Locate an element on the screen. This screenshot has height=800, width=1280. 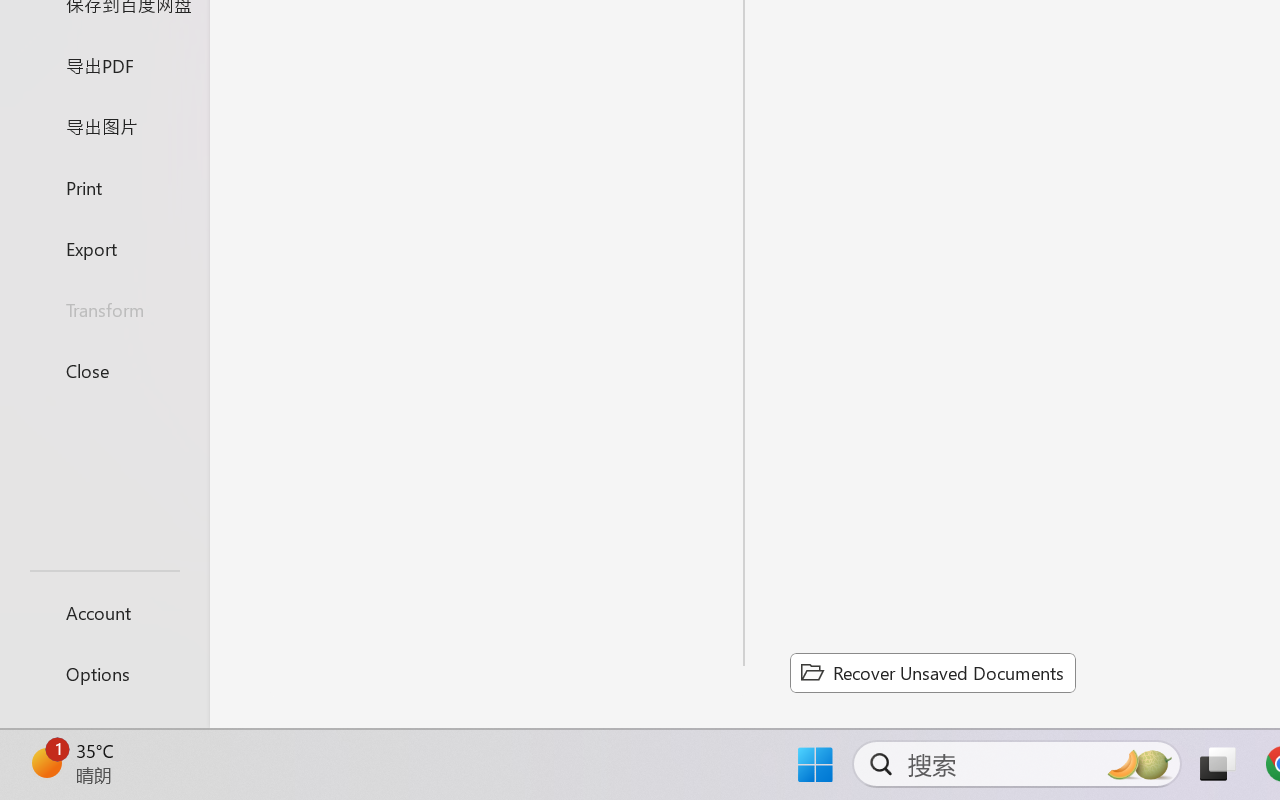
'Recover Unsaved Documents' is located at coordinates (932, 672).